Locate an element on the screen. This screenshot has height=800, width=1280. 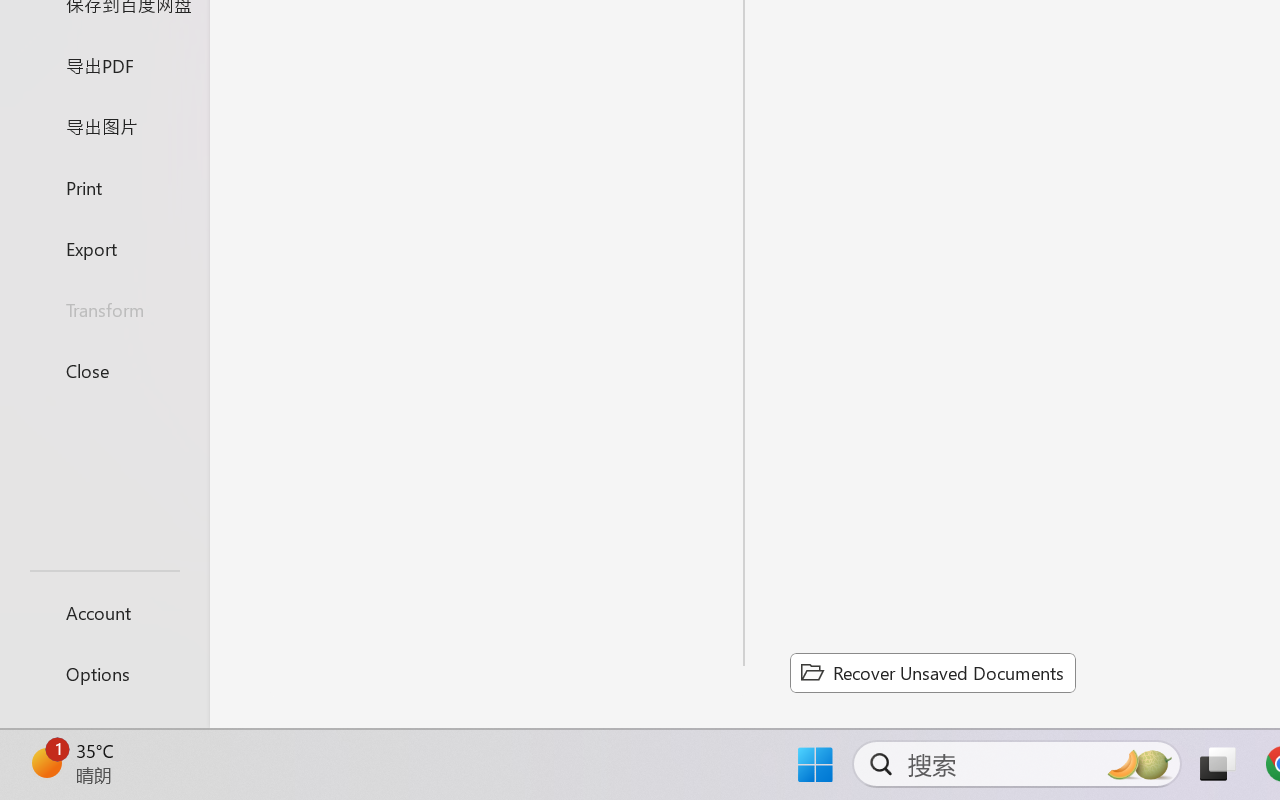
'Recover Unsaved Documents' is located at coordinates (932, 672).